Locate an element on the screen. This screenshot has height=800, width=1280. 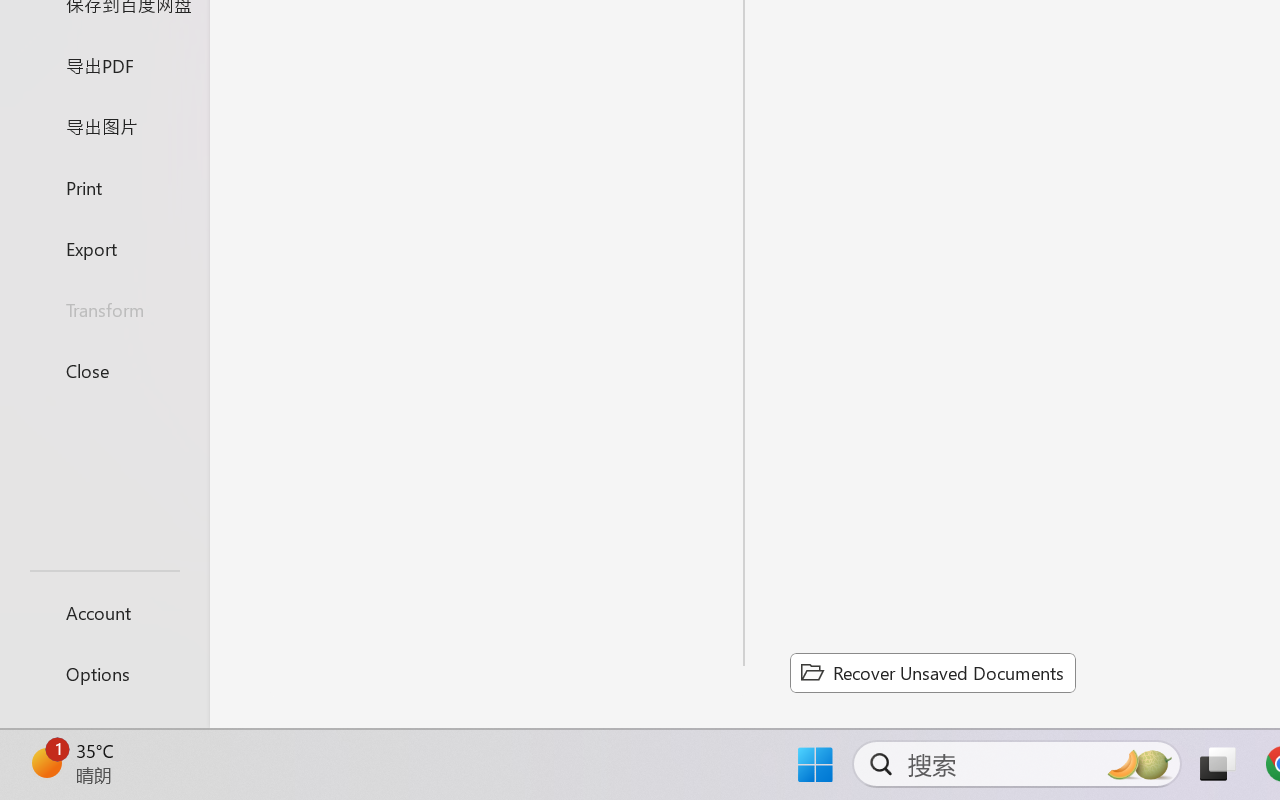
'Recover Unsaved Documents' is located at coordinates (932, 672).